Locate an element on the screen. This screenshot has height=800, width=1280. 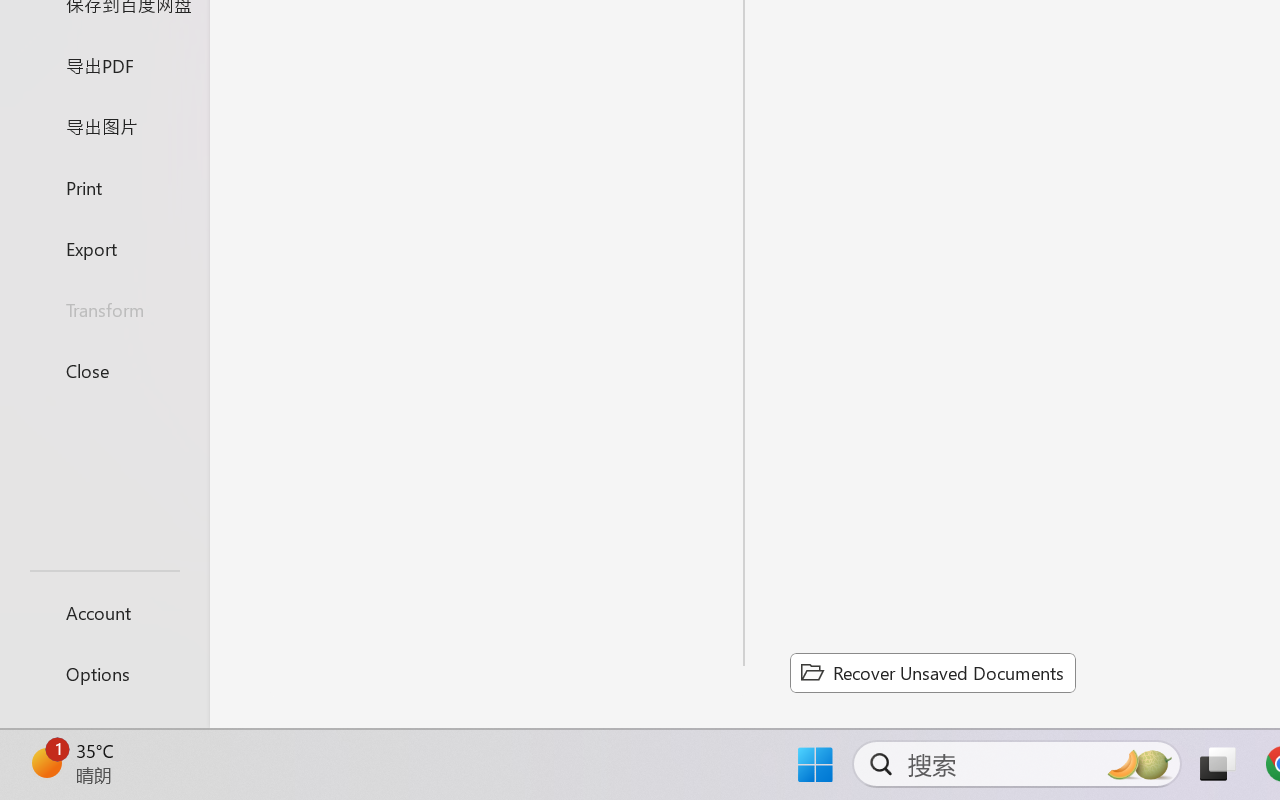
'Recover Unsaved Documents' is located at coordinates (932, 672).